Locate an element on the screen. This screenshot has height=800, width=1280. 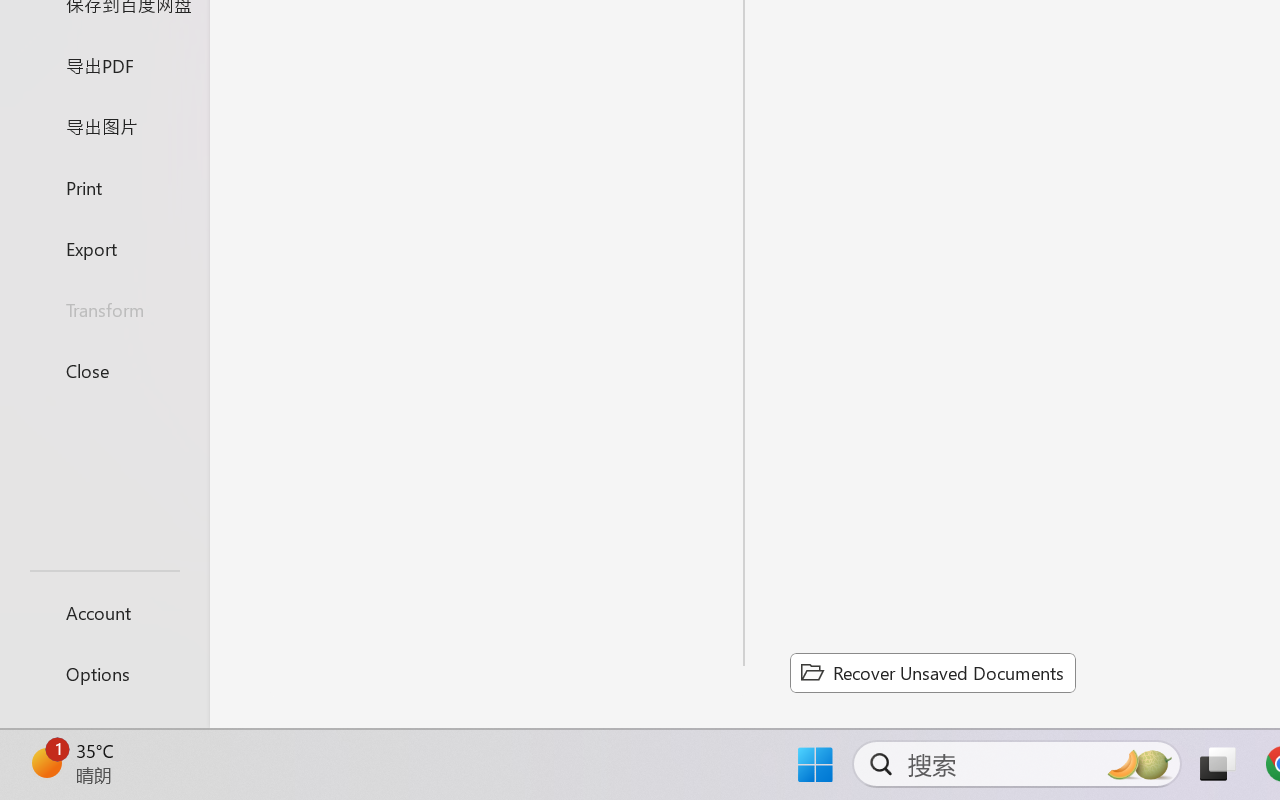
'Recover Unsaved Documents' is located at coordinates (932, 672).